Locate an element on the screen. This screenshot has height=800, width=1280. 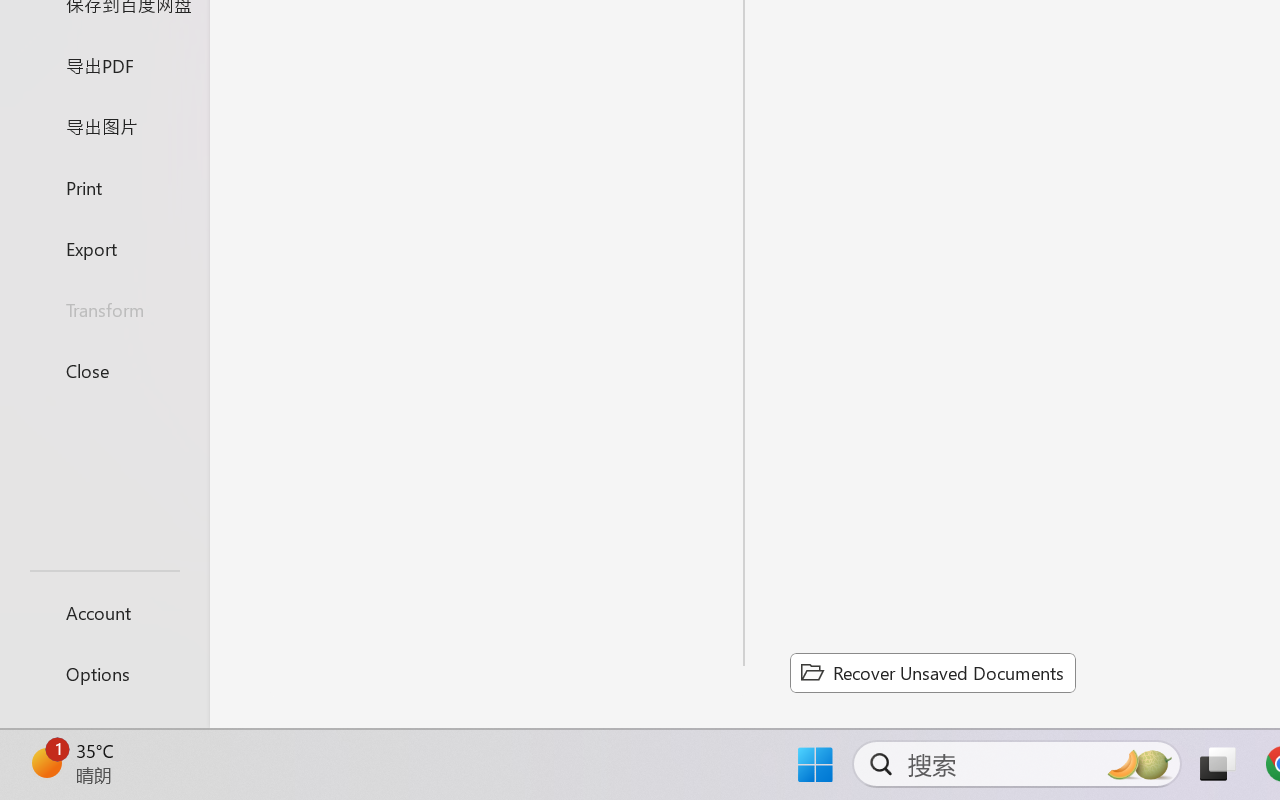
'Recover Unsaved Documents' is located at coordinates (932, 672).